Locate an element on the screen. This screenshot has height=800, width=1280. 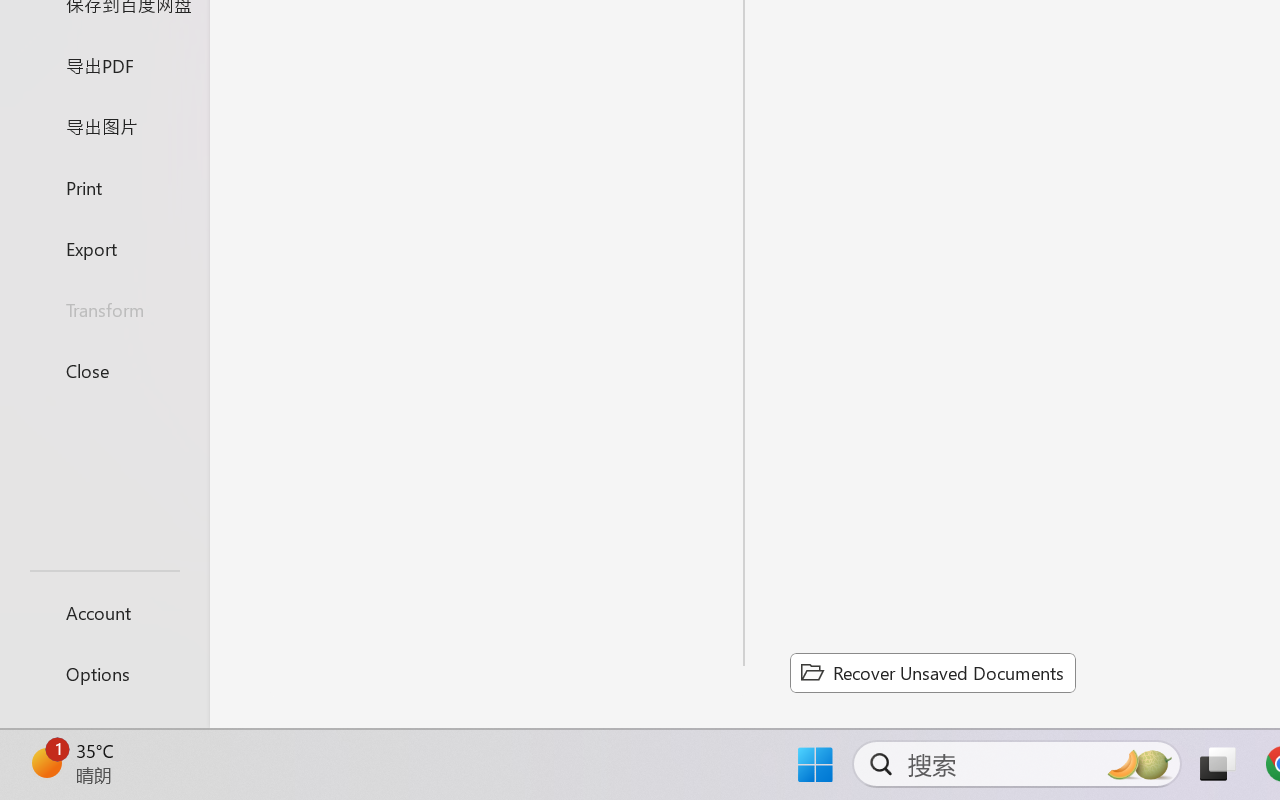
'Recover Unsaved Documents' is located at coordinates (932, 672).